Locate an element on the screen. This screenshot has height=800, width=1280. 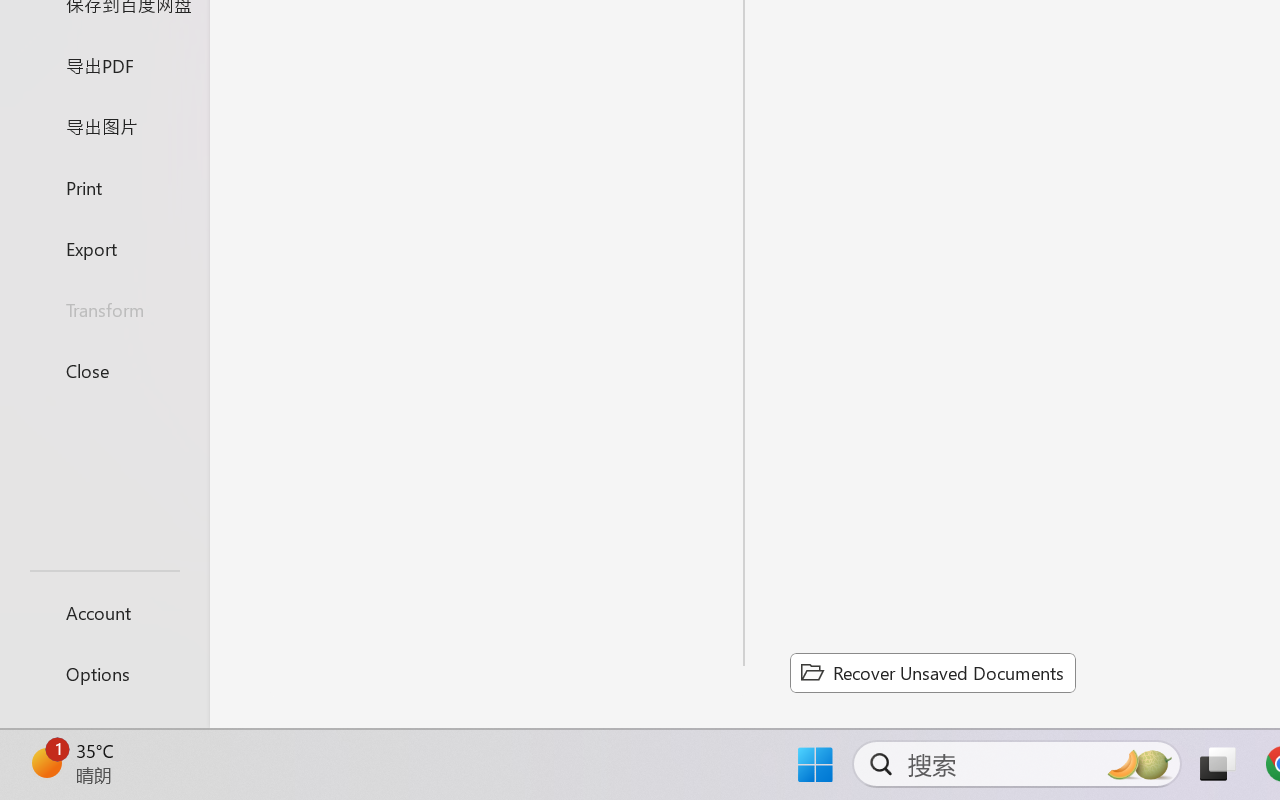
'Recover Unsaved Documents' is located at coordinates (932, 672).